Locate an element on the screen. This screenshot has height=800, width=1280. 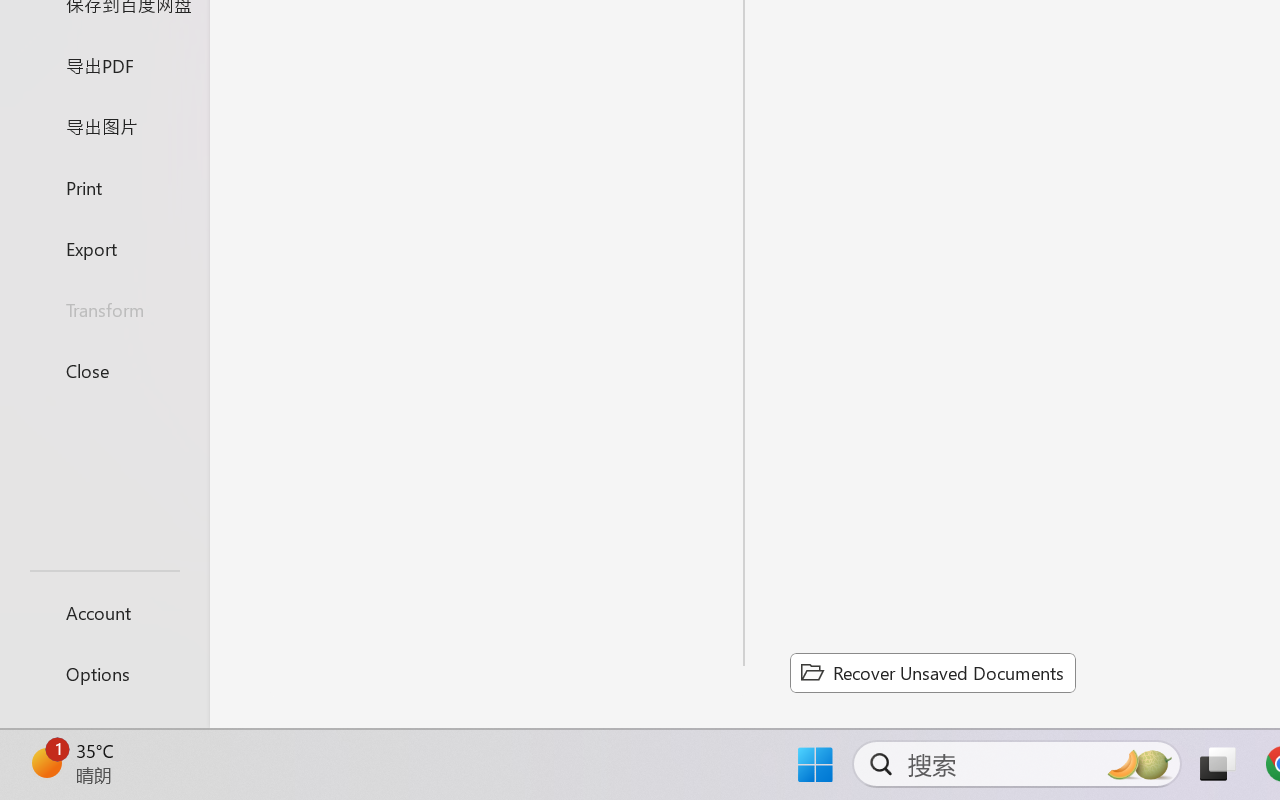
'Recover Unsaved Documents' is located at coordinates (932, 672).